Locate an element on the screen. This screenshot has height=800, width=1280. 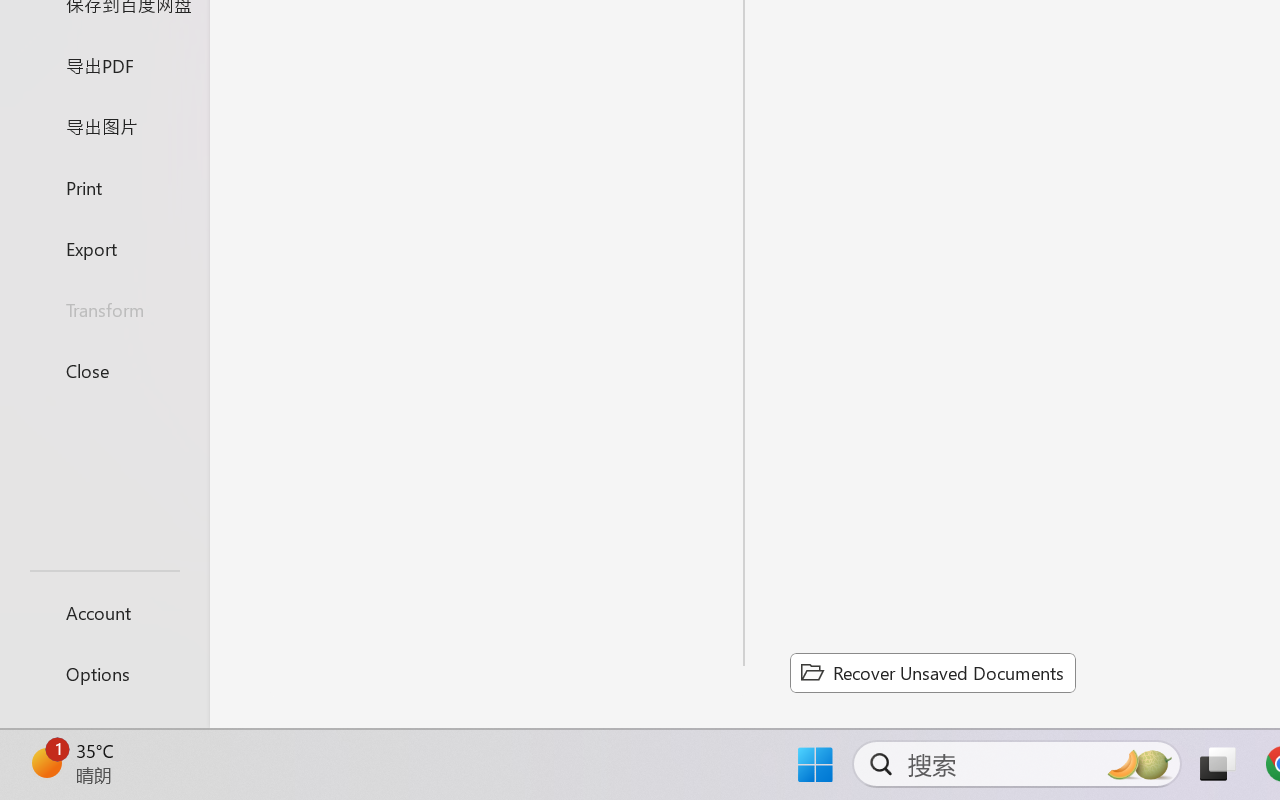
'Recover Unsaved Documents' is located at coordinates (932, 672).